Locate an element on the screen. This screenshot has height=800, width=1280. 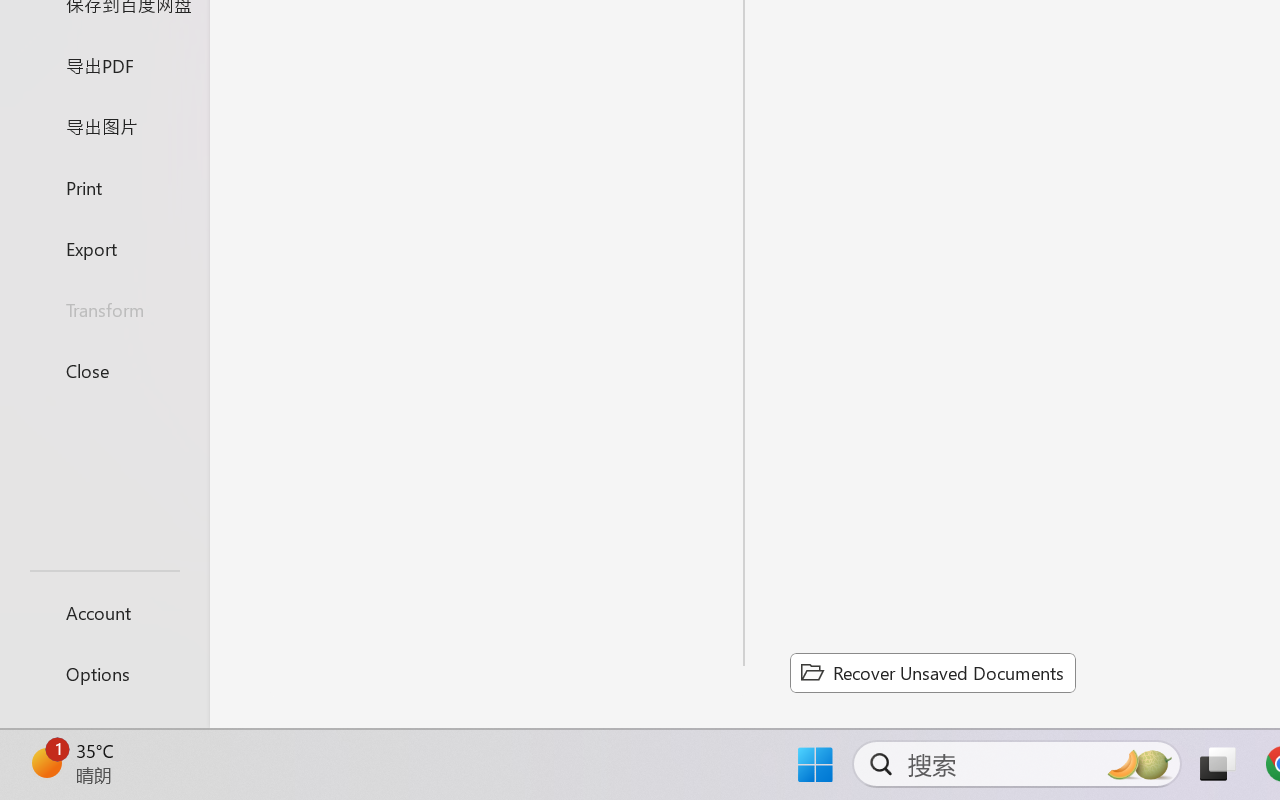
'Recover Unsaved Documents' is located at coordinates (932, 672).